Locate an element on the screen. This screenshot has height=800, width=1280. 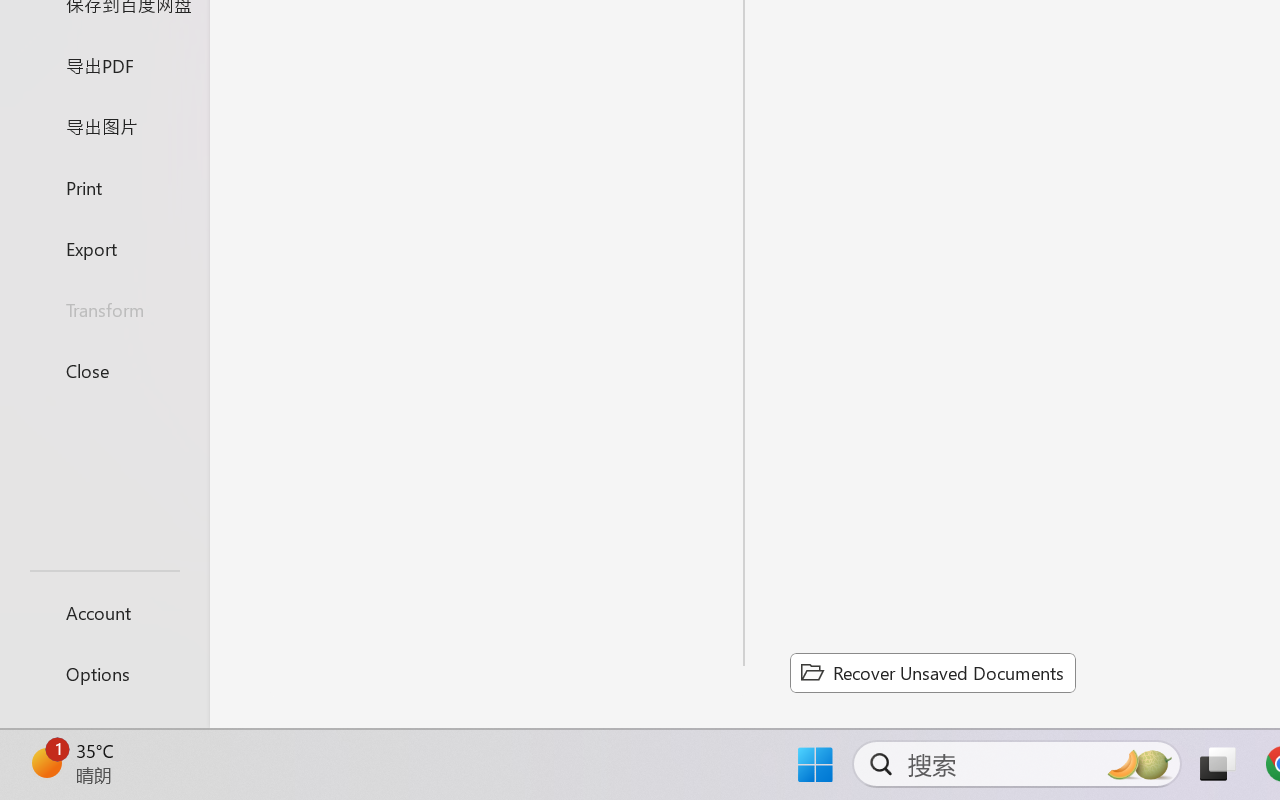
'Recover Unsaved Documents' is located at coordinates (932, 672).